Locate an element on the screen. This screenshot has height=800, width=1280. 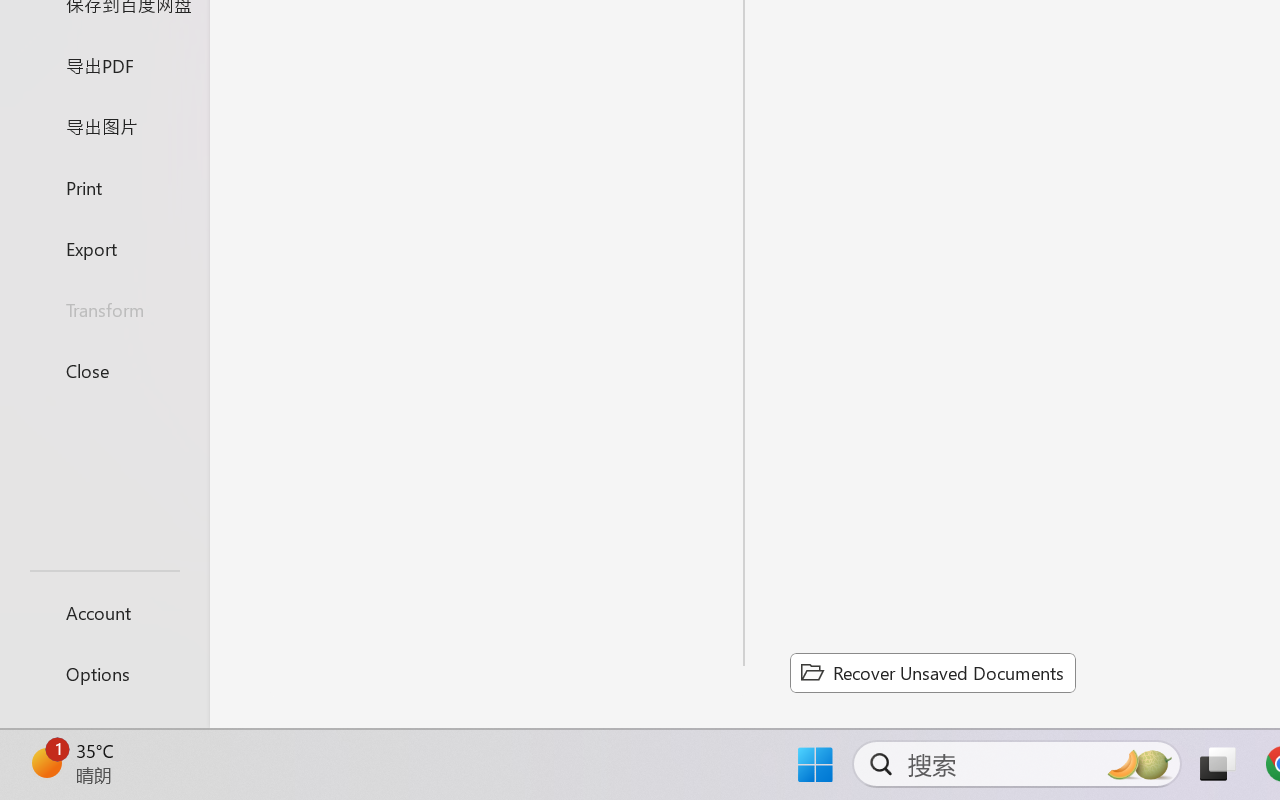
'Recover Unsaved Documents' is located at coordinates (932, 672).